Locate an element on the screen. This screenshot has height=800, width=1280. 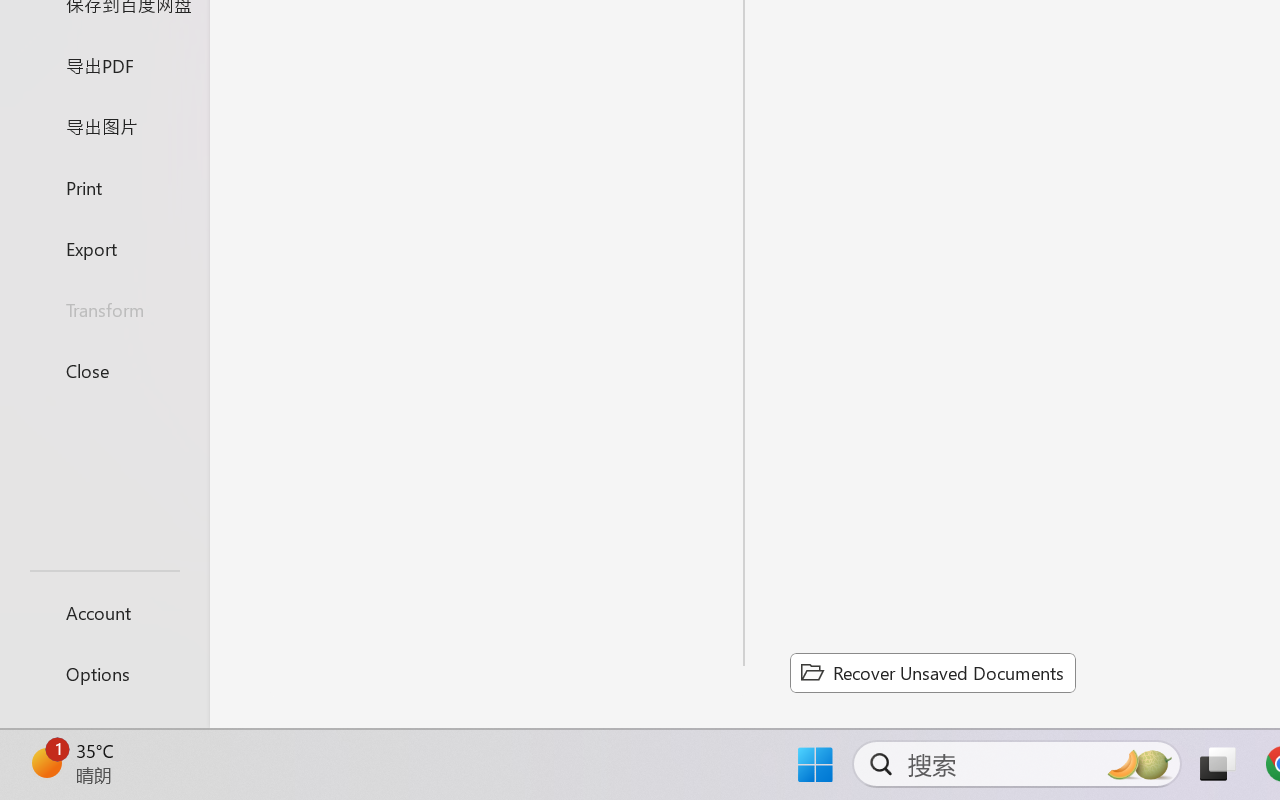
'Recover Unsaved Documents' is located at coordinates (932, 672).